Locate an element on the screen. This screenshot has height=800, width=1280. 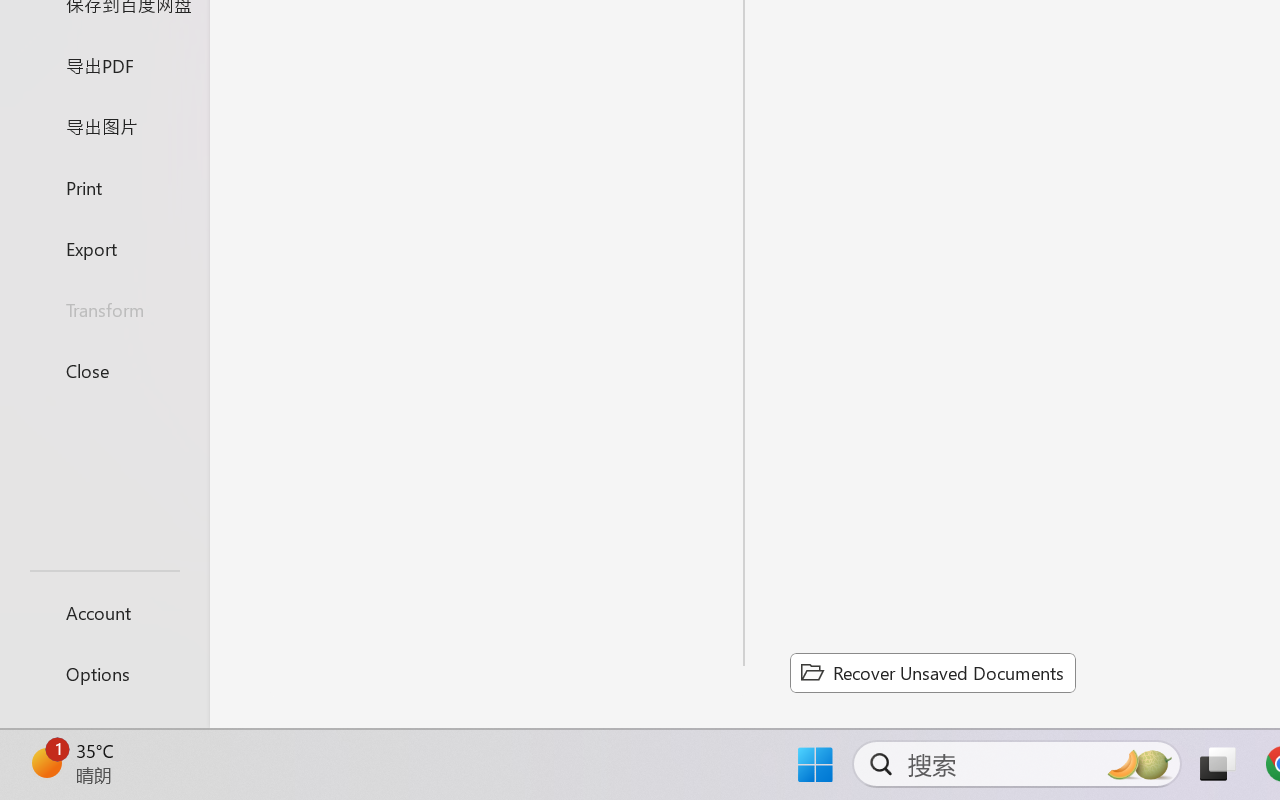
'Recover Unsaved Documents' is located at coordinates (932, 672).